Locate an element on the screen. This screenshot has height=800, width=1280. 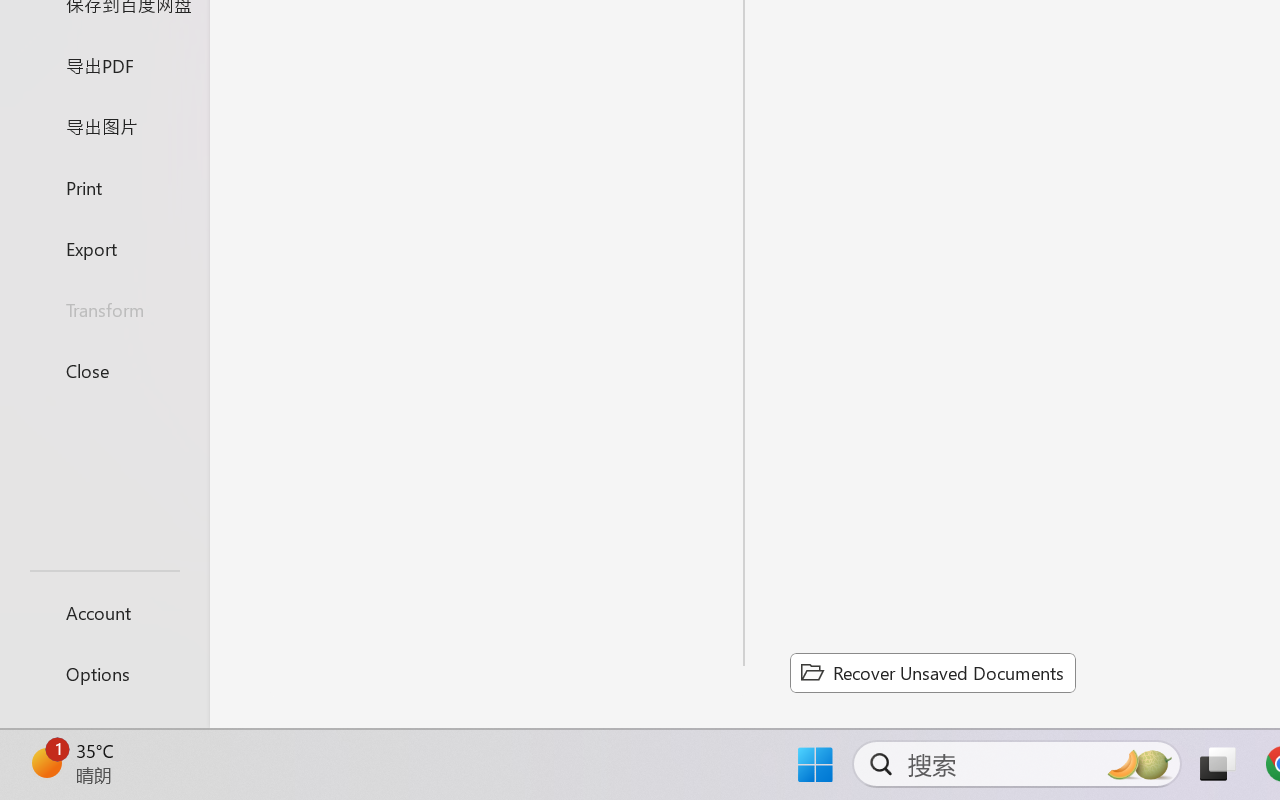
'Recover Unsaved Documents' is located at coordinates (932, 672).